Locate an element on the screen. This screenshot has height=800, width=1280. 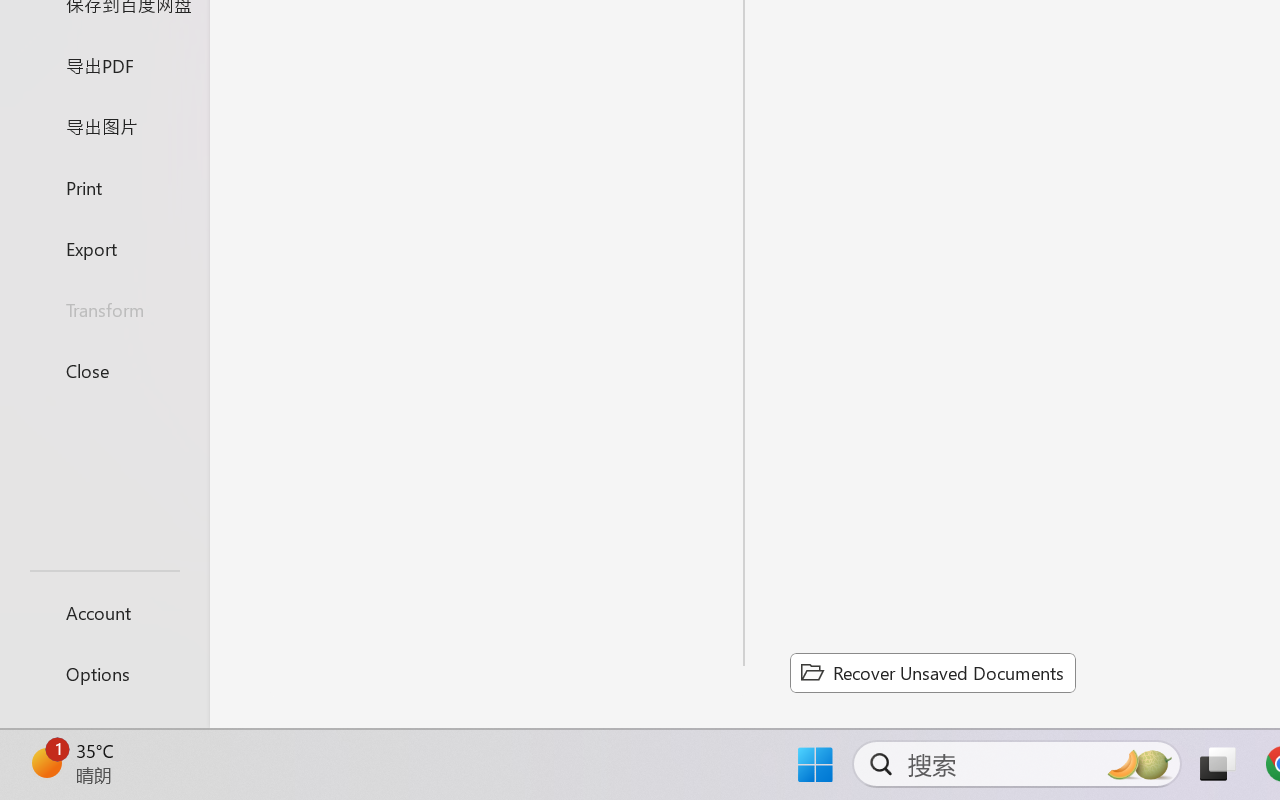
'Recover Unsaved Documents' is located at coordinates (932, 672).